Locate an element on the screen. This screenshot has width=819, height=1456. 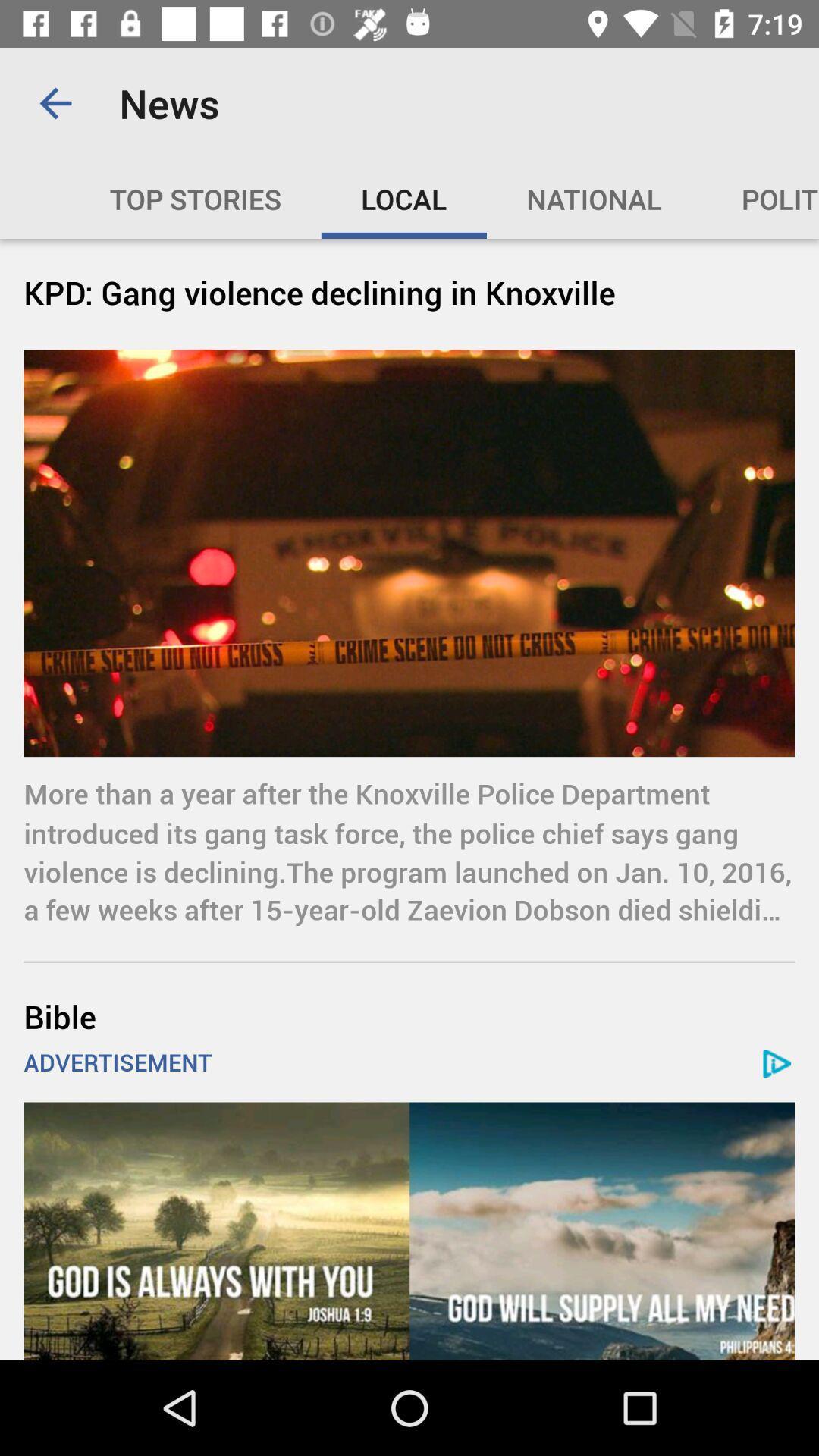
click on the advertisement is located at coordinates (409, 1231).